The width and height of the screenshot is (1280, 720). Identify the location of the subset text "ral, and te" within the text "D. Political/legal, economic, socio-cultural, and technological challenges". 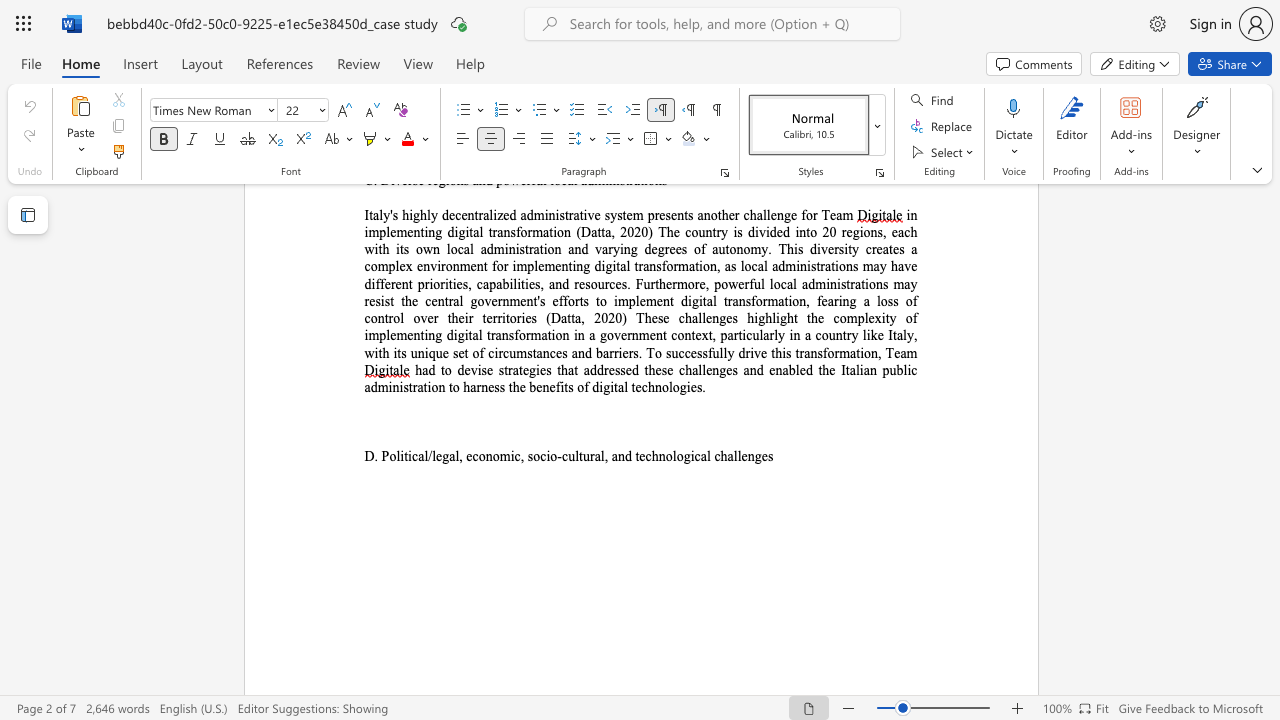
(588, 456).